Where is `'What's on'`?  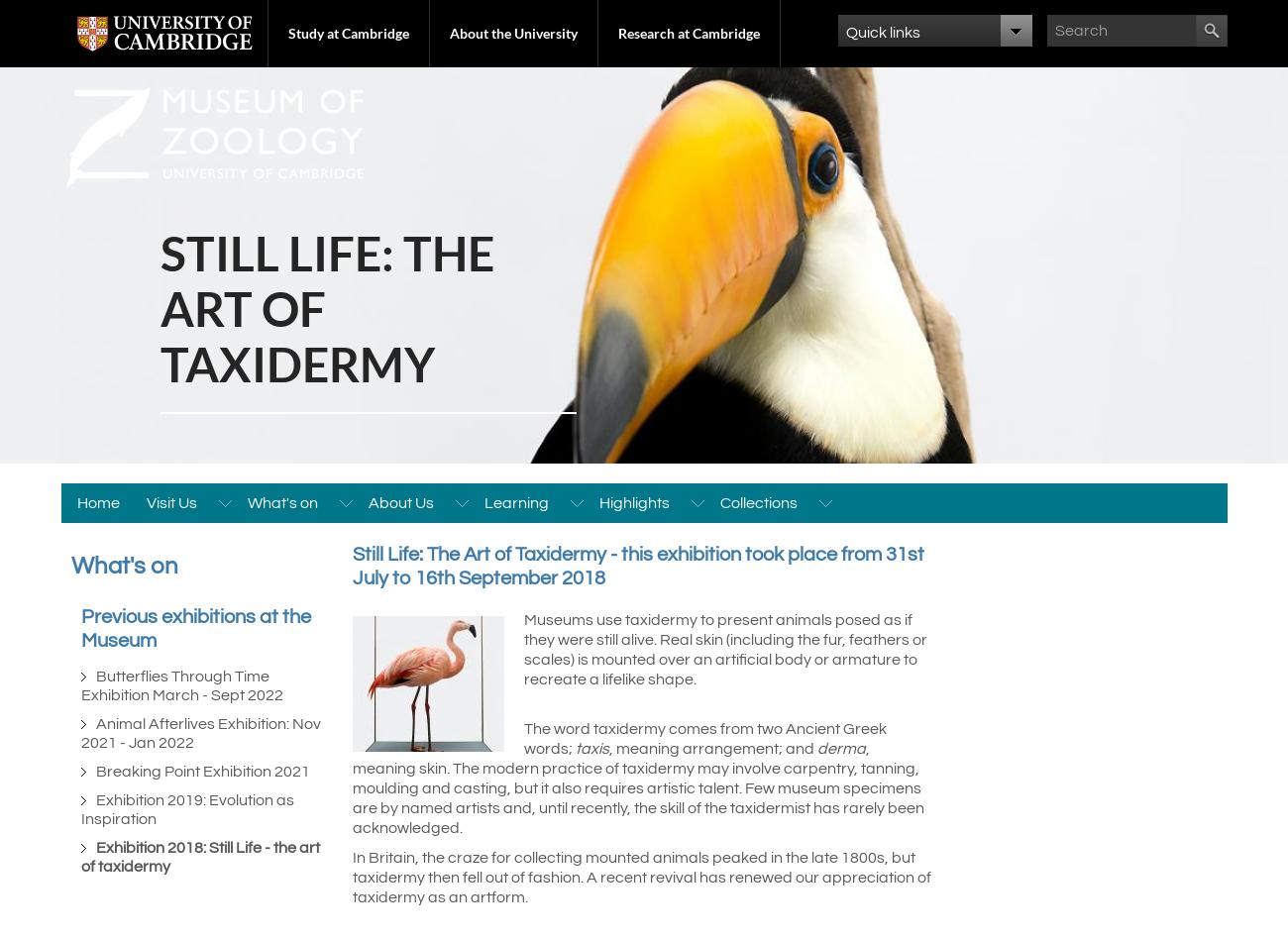 'What's on' is located at coordinates (123, 566).